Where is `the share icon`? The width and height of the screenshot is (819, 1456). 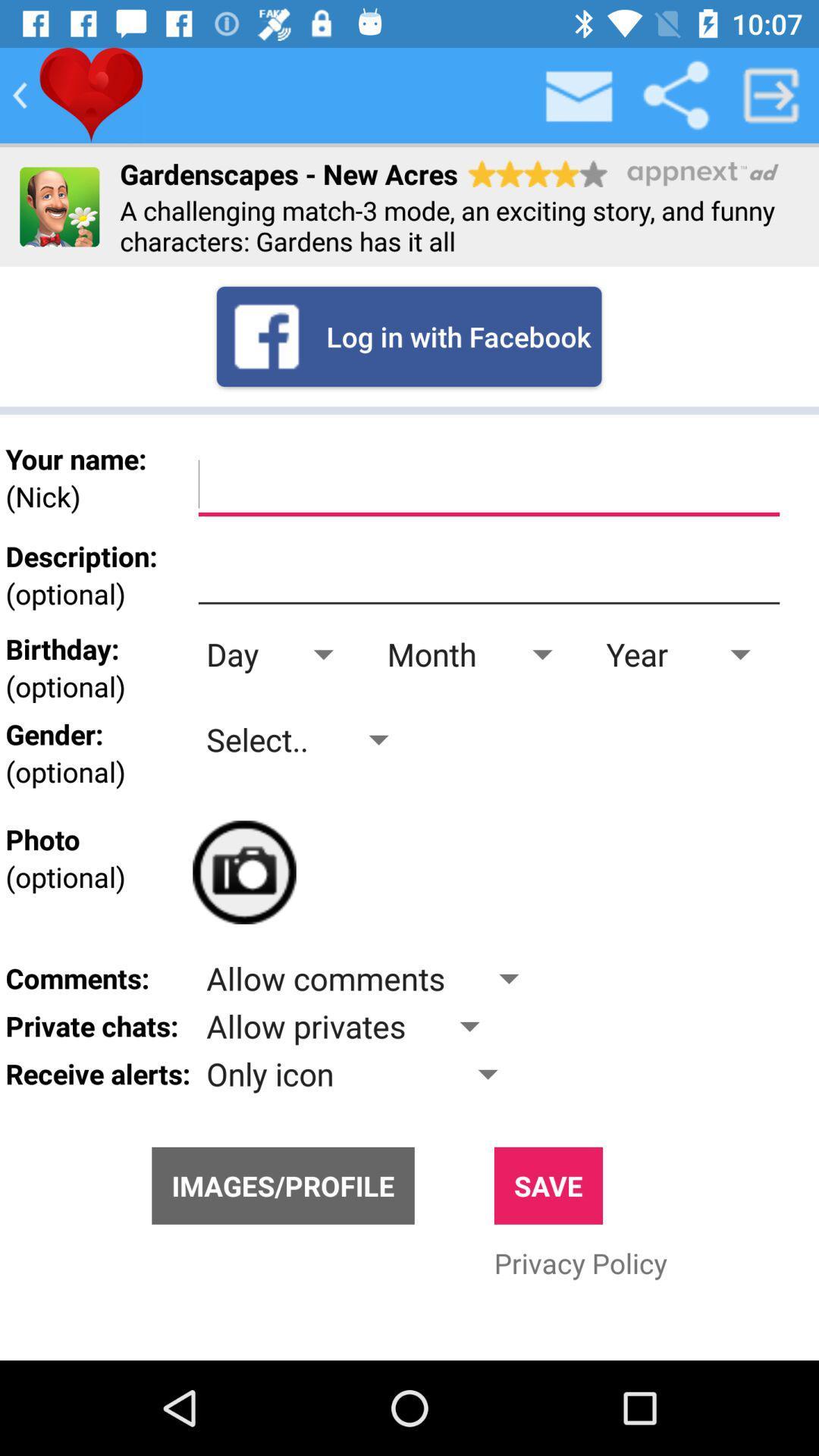 the share icon is located at coordinates (675, 94).